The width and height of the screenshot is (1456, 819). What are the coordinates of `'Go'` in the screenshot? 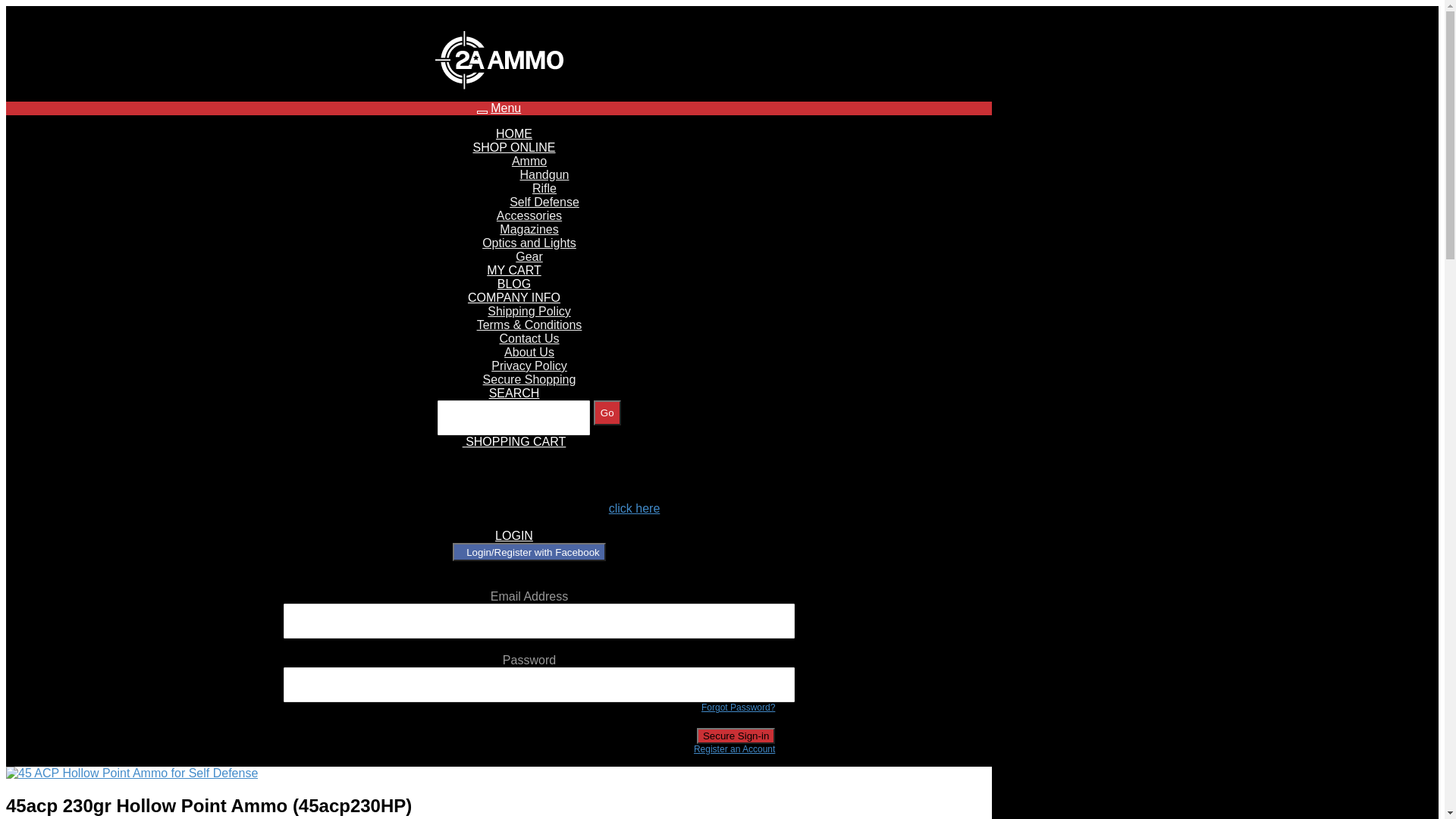 It's located at (592, 413).